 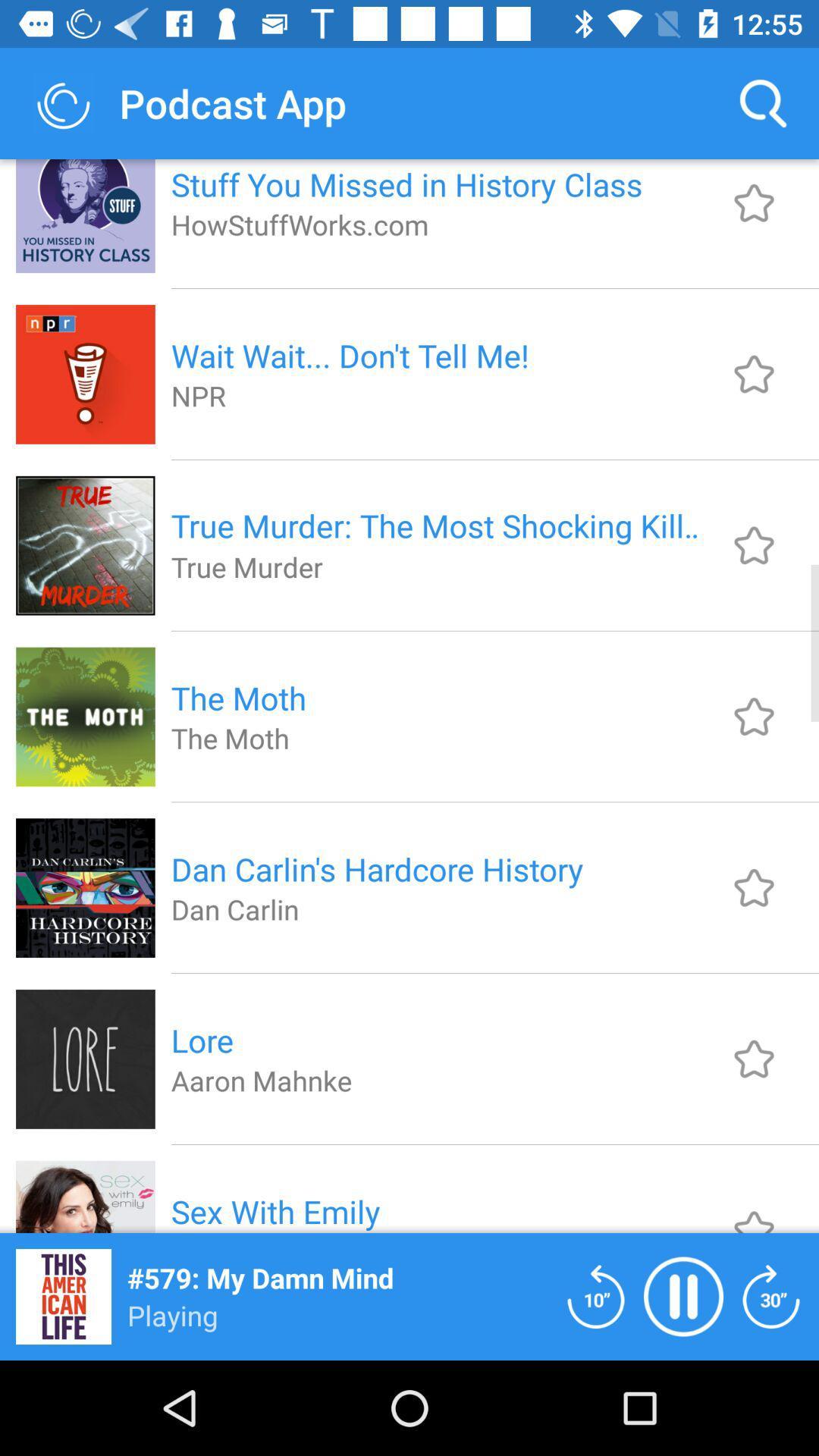 What do you see at coordinates (754, 1208) in the screenshot?
I see `this should be under sub catagory` at bounding box center [754, 1208].